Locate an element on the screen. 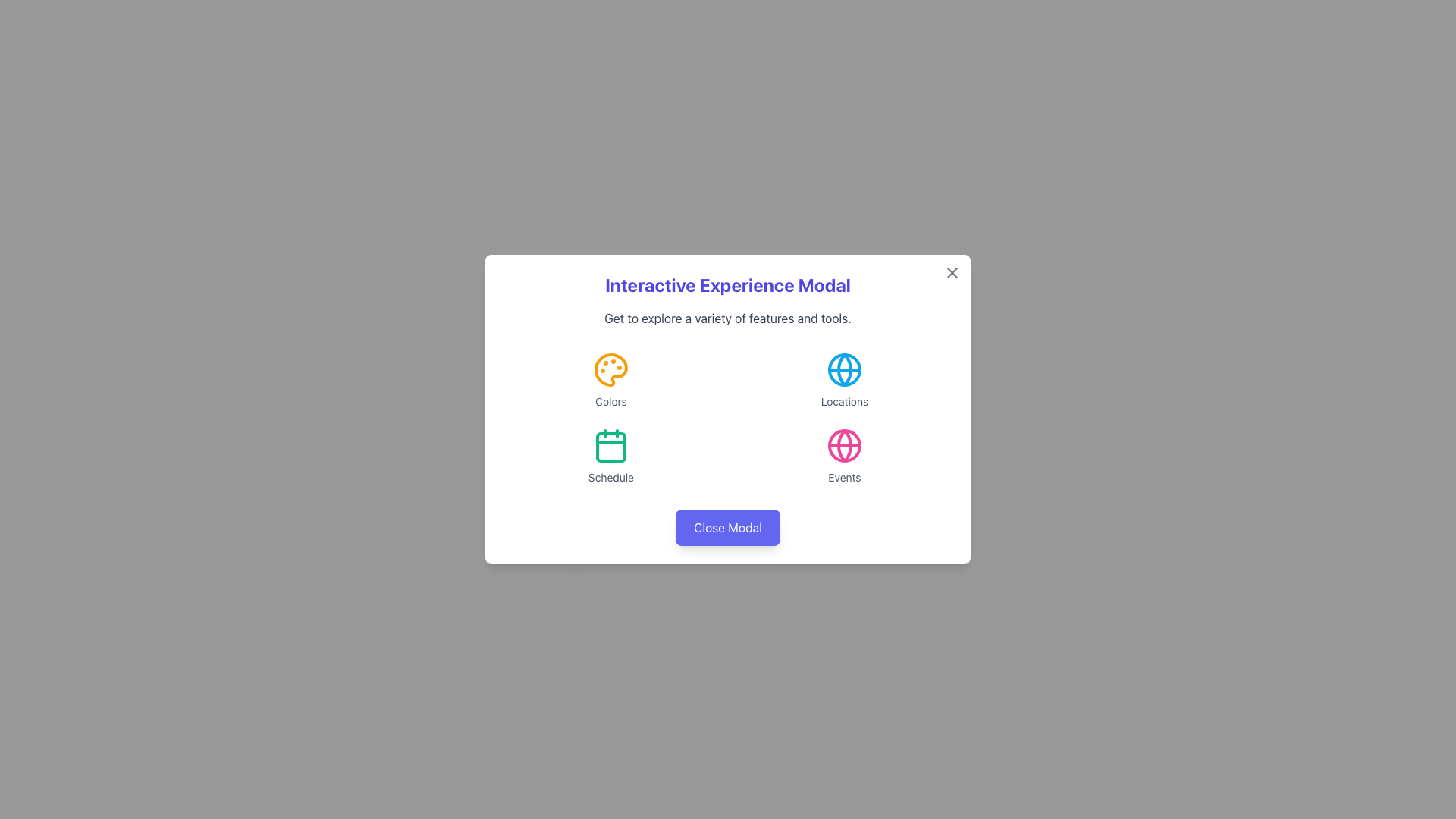 This screenshot has height=819, width=1456. the 'Colors' icon located in the top-left corner of the grid layout is located at coordinates (611, 379).